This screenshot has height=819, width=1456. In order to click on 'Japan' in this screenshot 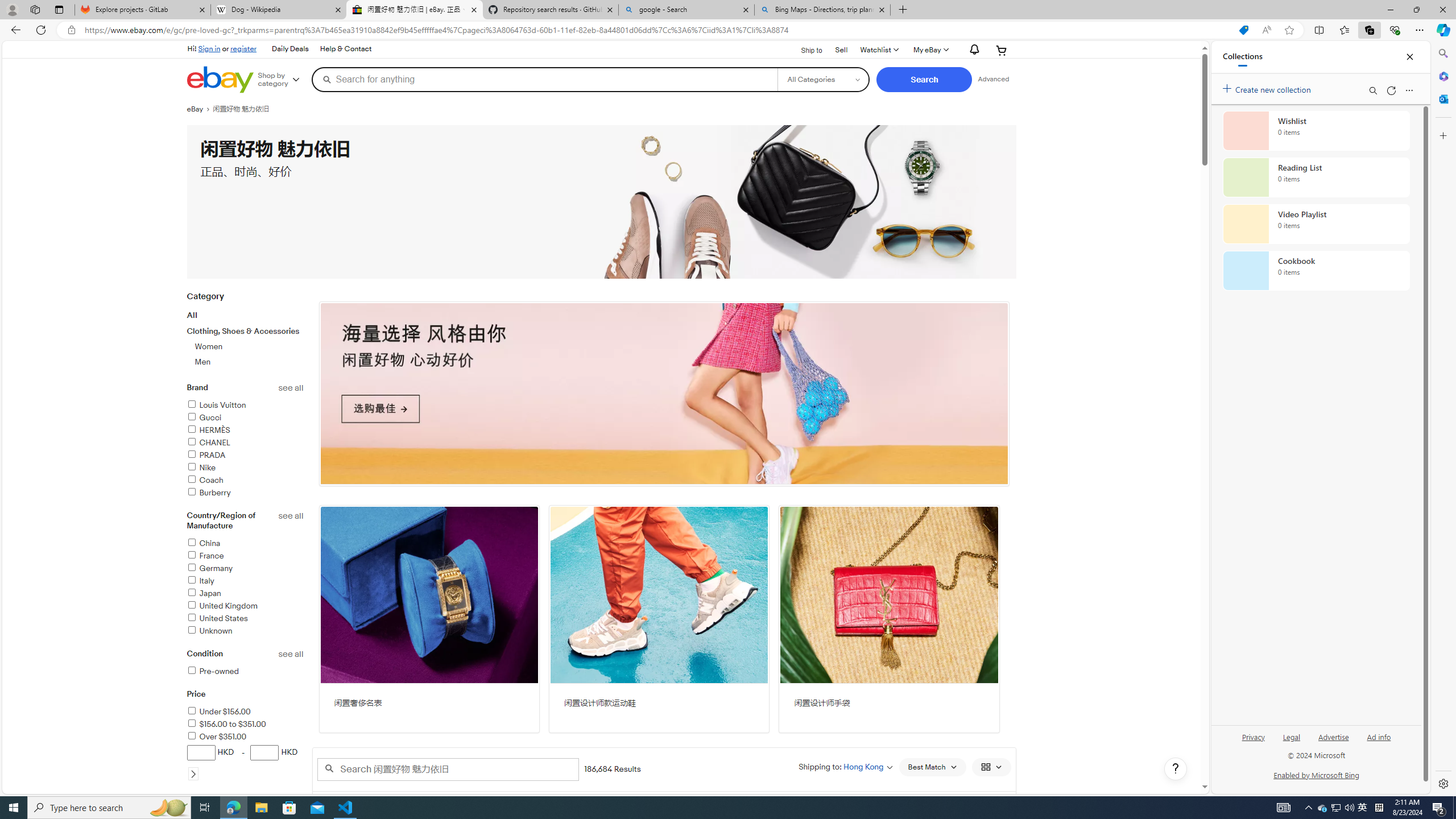, I will do `click(245, 593)`.